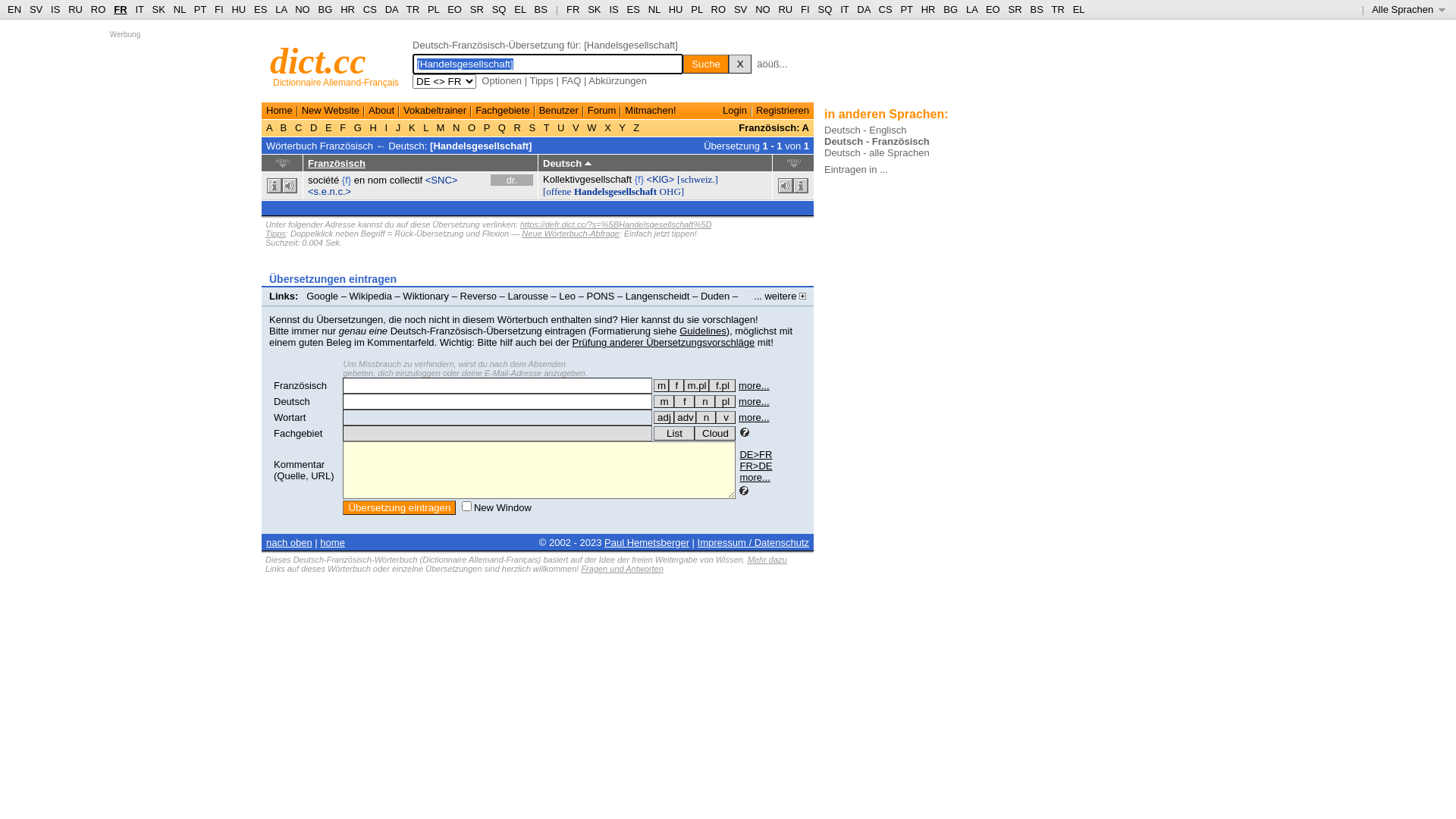  Describe the element at coordinates (532, 127) in the screenshot. I see `'S'` at that location.